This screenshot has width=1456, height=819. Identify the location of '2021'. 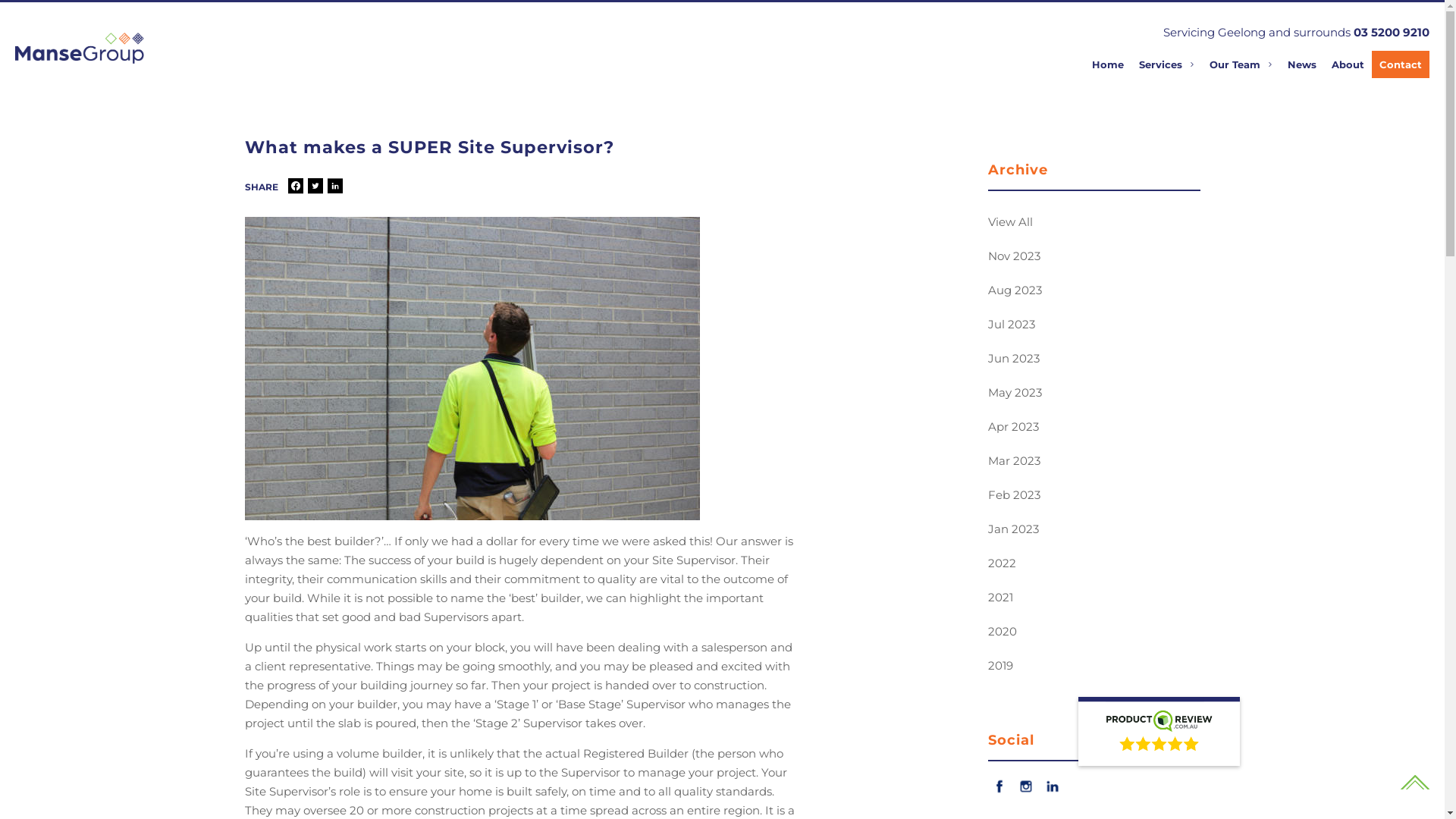
(1093, 596).